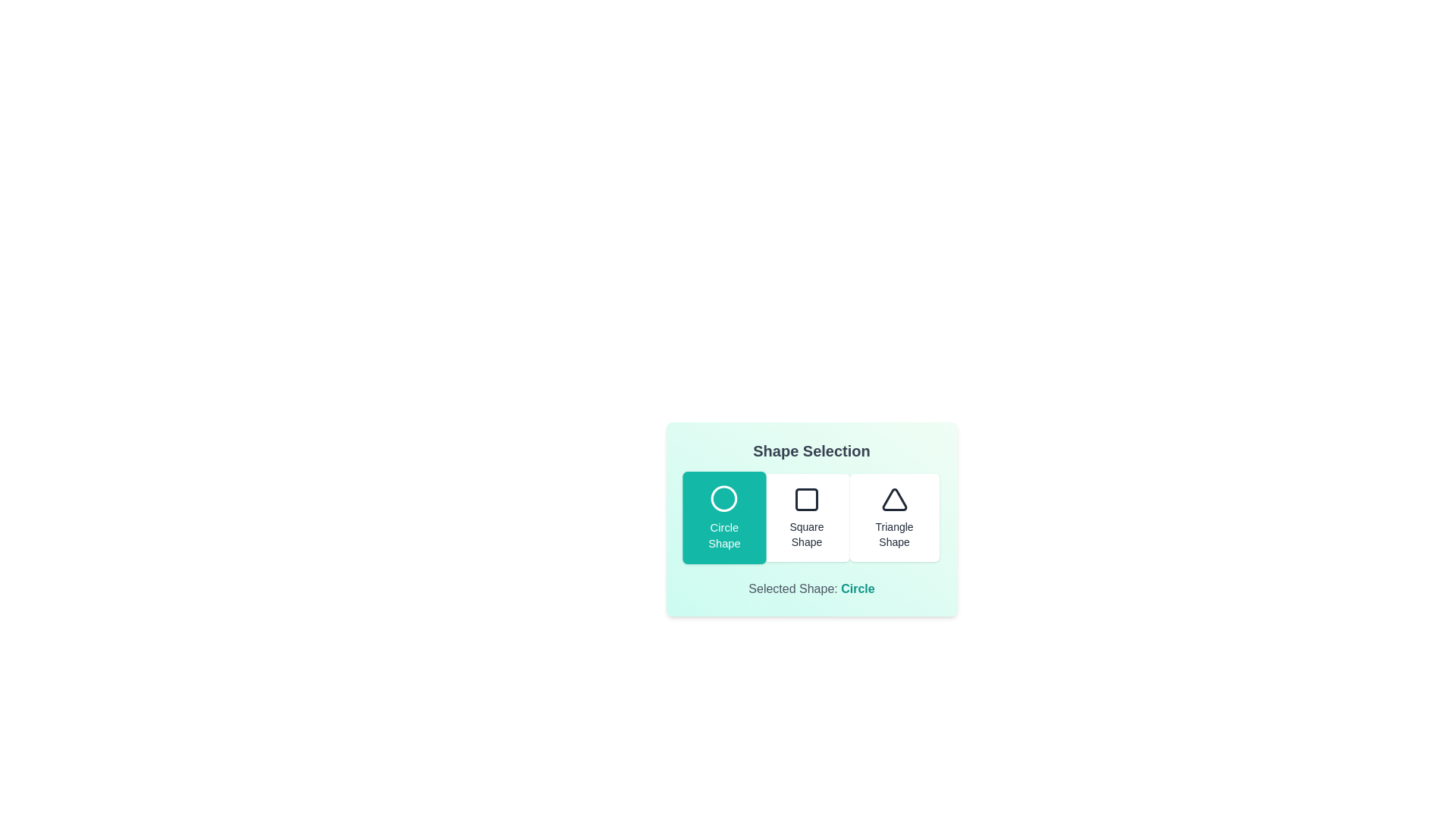 Image resolution: width=1456 pixels, height=819 pixels. Describe the element at coordinates (894, 516) in the screenshot. I see `the button corresponding to the triangle shape to select it` at that location.